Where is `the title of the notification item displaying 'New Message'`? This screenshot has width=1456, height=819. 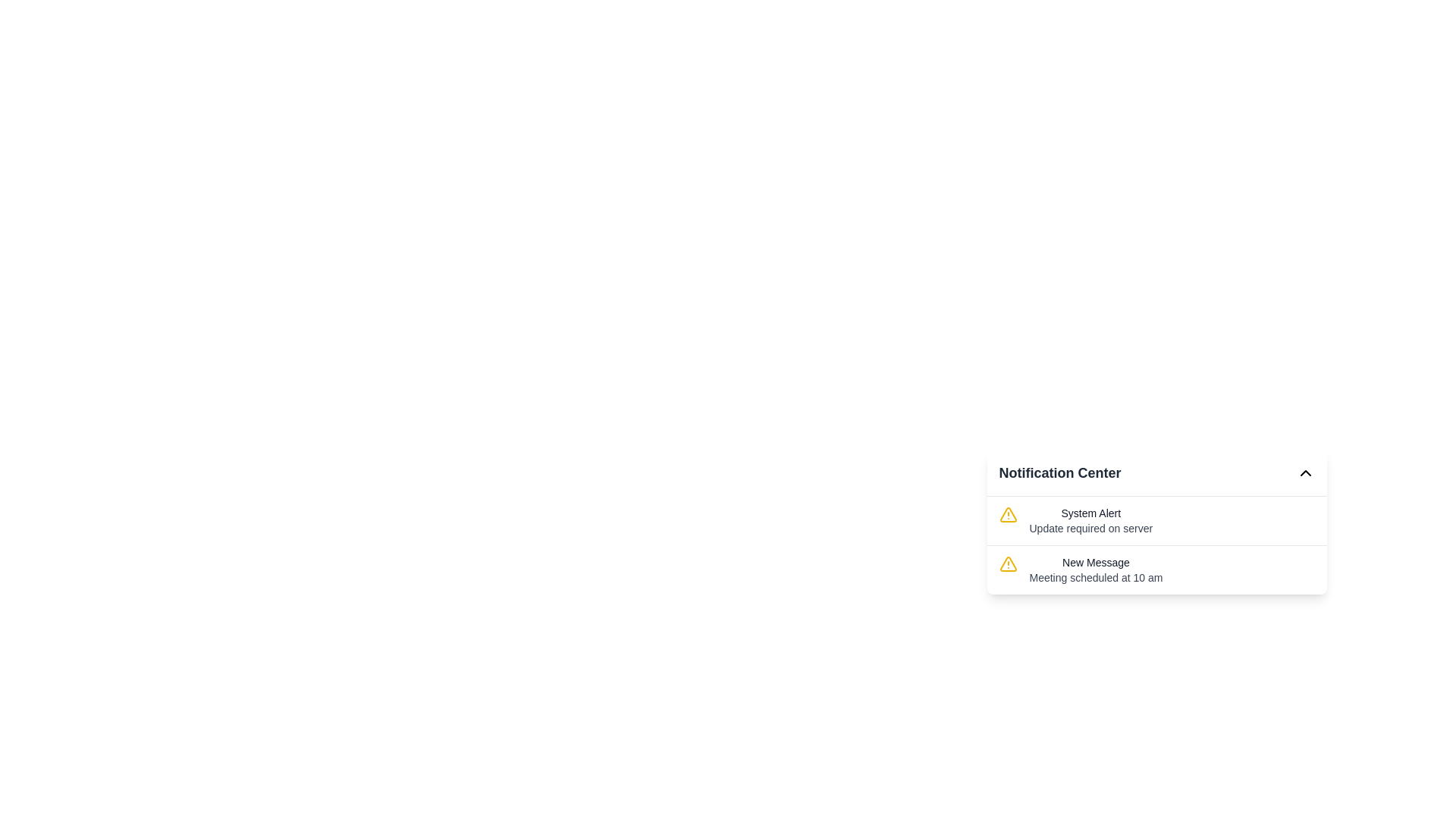
the title of the notification item displaying 'New Message' is located at coordinates (1156, 570).